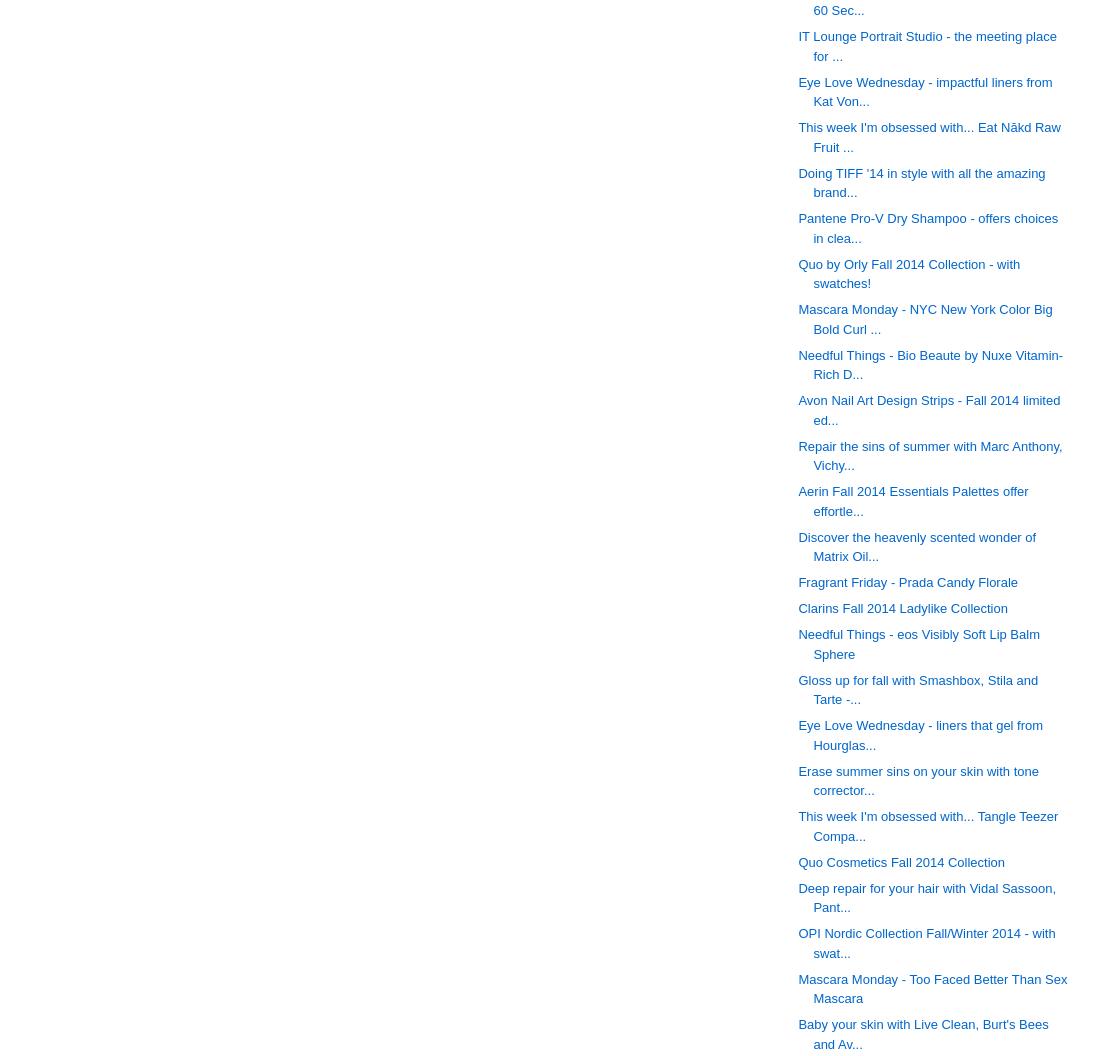  I want to click on 'Gloss up for fall with Smashbox, Stila and Tarte -...', so click(917, 689).